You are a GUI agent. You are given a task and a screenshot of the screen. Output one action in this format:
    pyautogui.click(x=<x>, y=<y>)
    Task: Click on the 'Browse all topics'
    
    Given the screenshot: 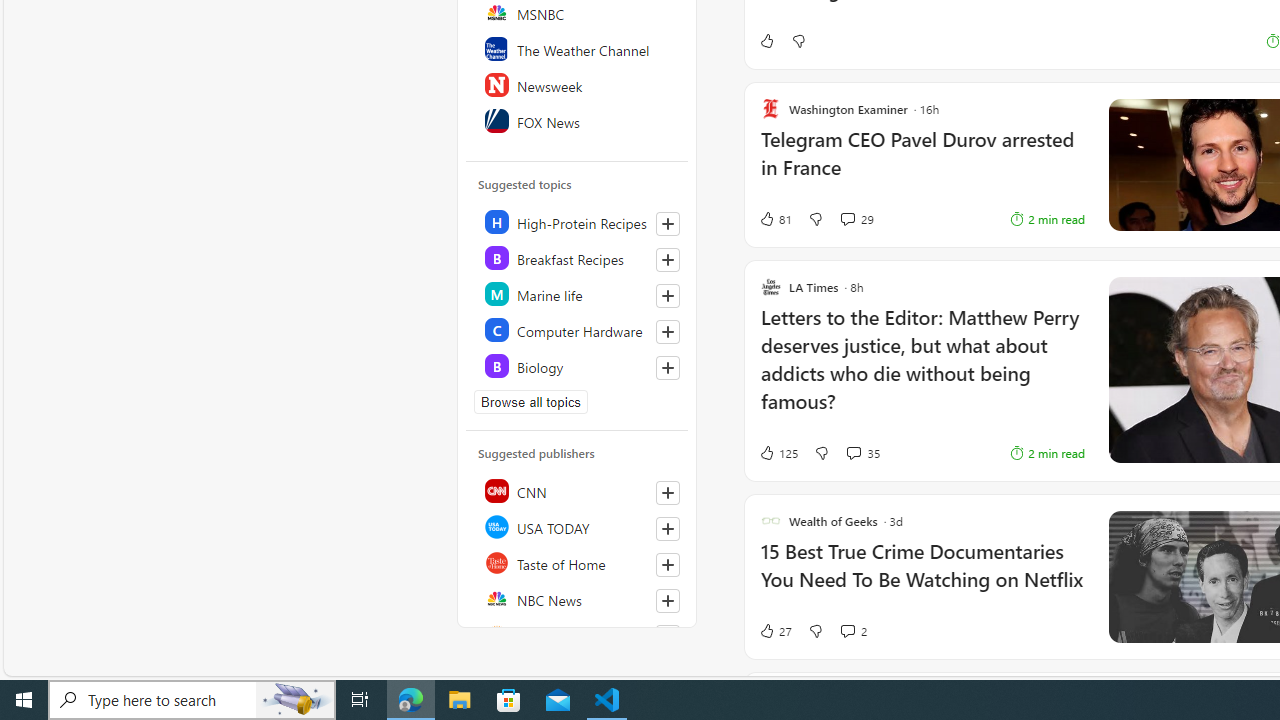 What is the action you would take?
    pyautogui.click(x=531, y=402)
    